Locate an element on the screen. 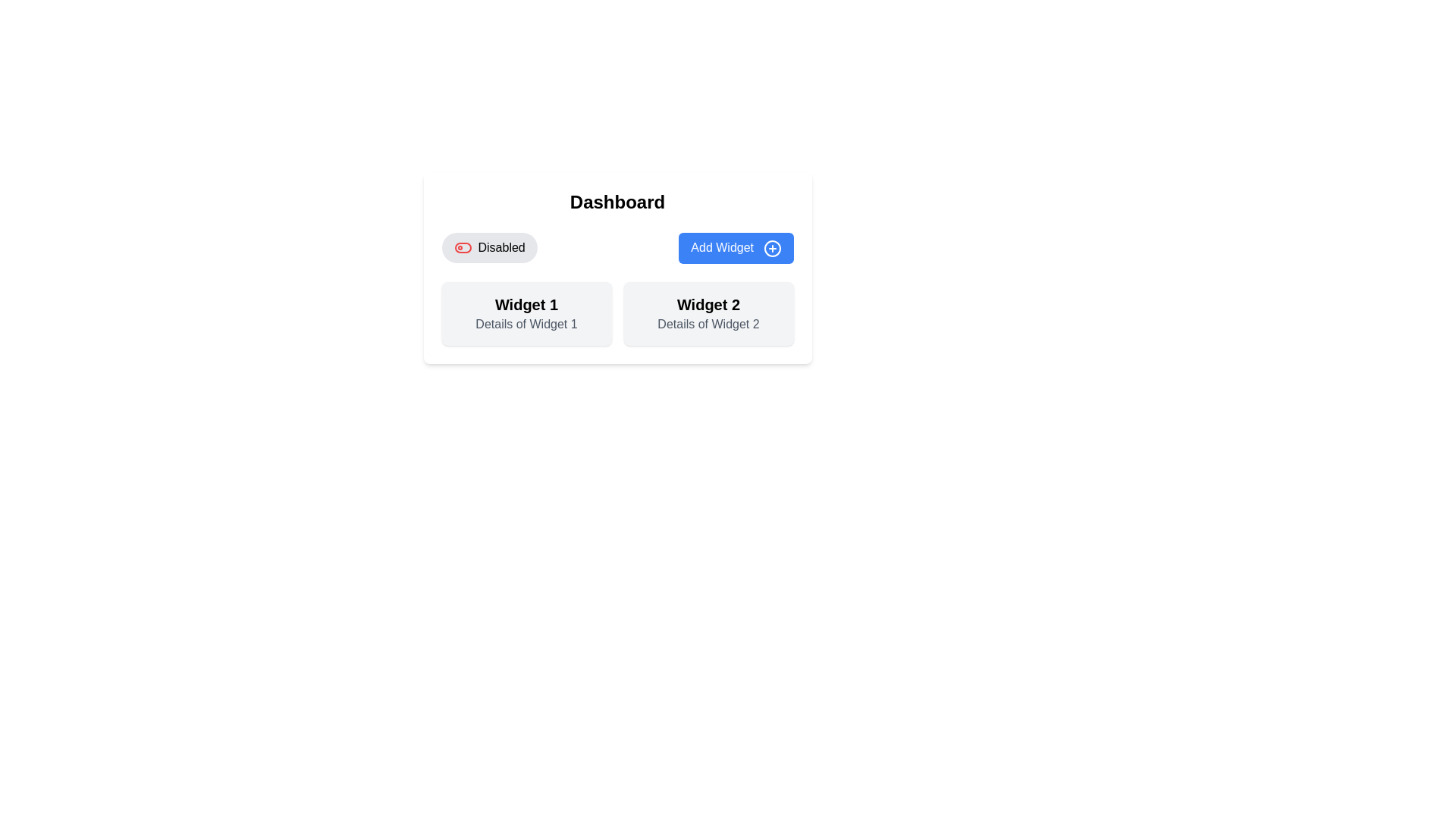  the blue 'Add Widget' button, which features a decorative SVG circle element at its center, to initiate the action of adding a new widget is located at coordinates (772, 247).